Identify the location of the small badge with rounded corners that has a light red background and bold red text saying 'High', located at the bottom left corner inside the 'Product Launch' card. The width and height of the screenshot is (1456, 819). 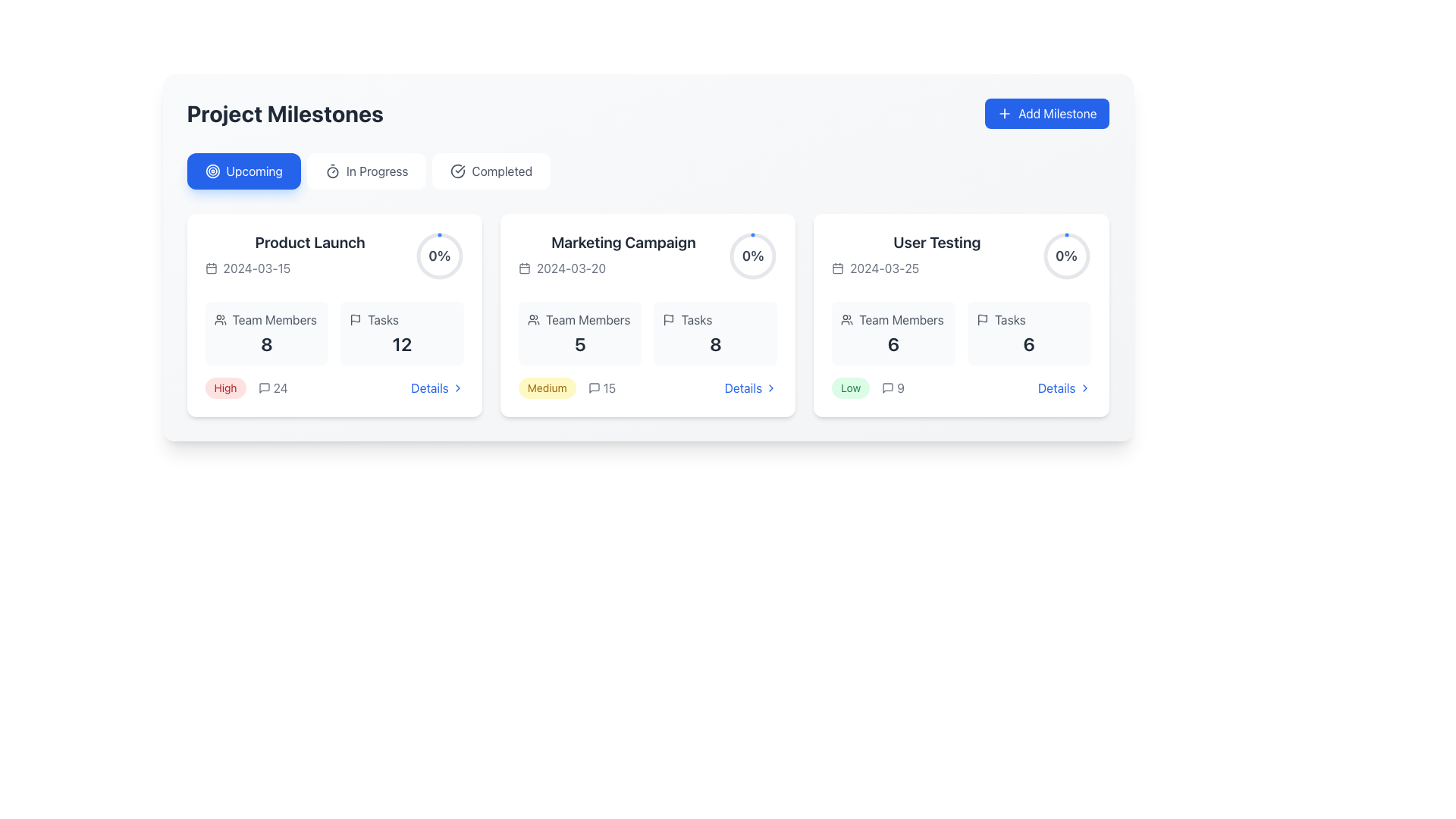
(224, 388).